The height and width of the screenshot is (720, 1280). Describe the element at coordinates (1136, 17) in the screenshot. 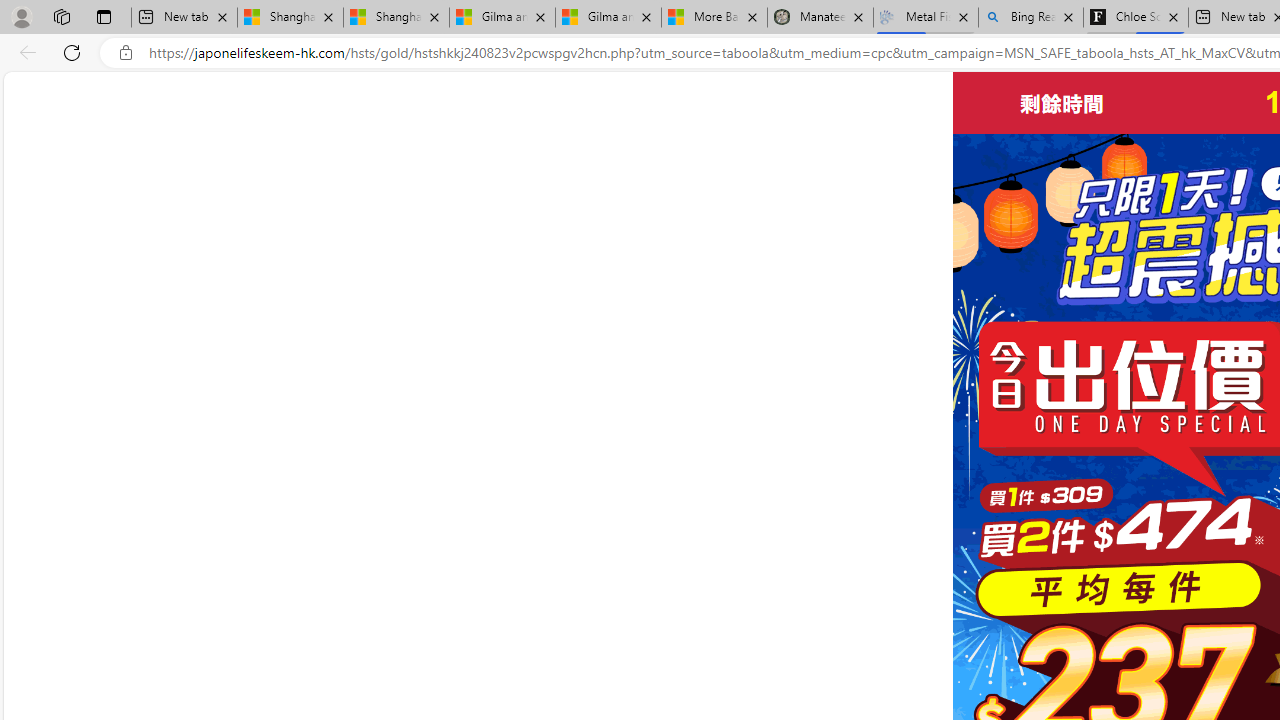

I see `'Chloe Sorvino'` at that location.